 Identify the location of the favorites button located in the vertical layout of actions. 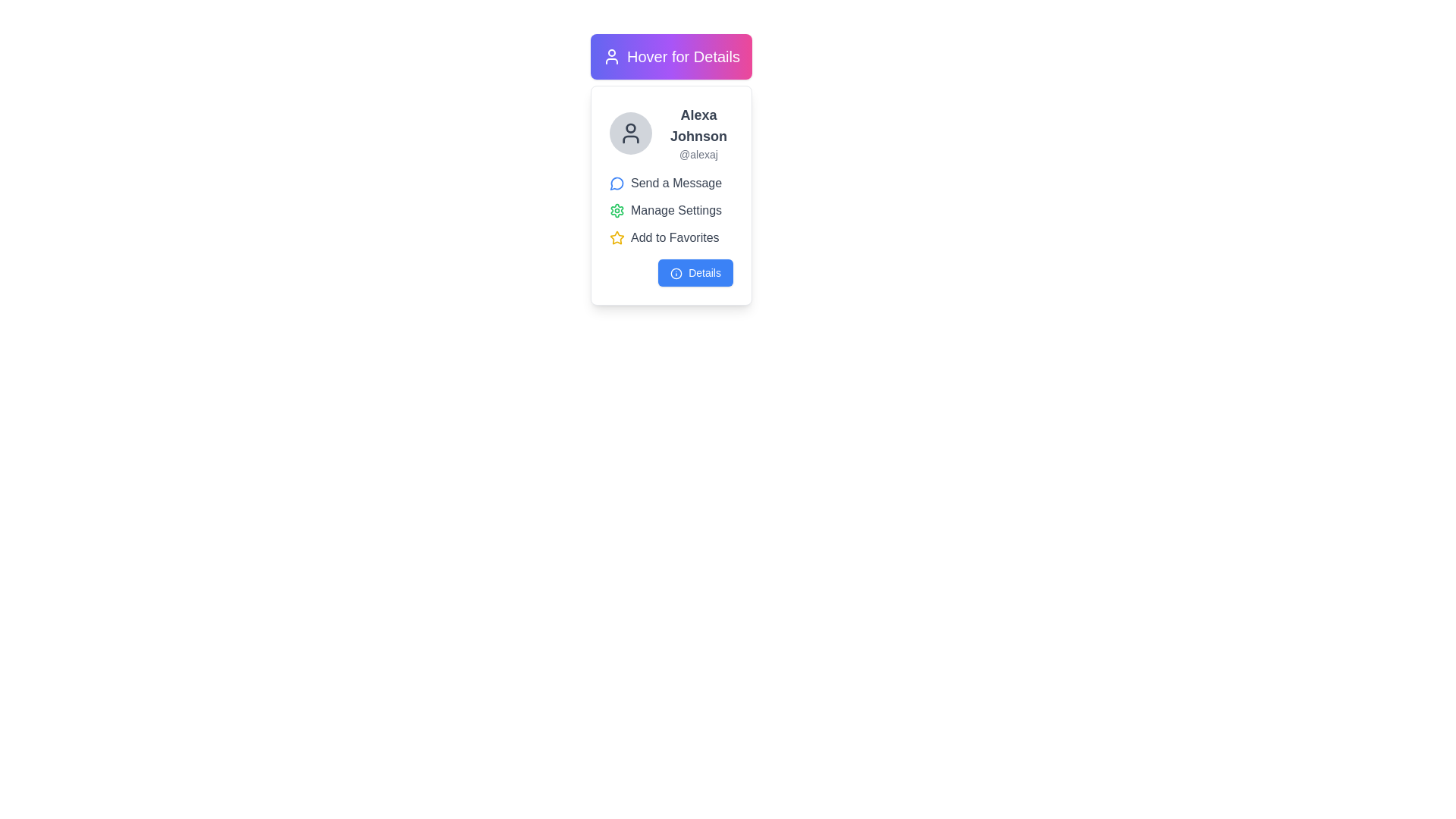
(670, 237).